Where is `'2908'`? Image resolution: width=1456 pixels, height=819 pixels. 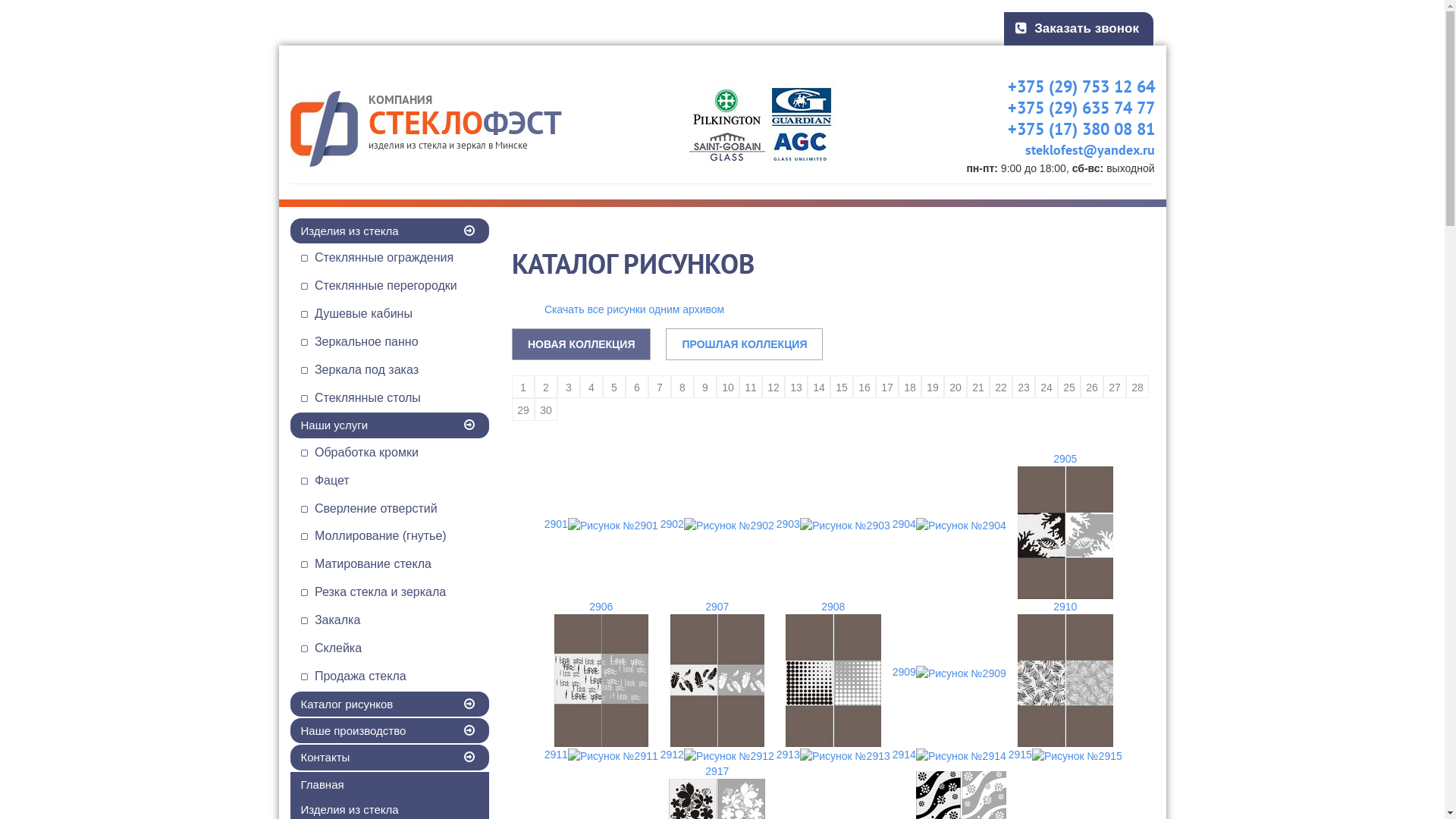
'2908' is located at coordinates (832, 672).